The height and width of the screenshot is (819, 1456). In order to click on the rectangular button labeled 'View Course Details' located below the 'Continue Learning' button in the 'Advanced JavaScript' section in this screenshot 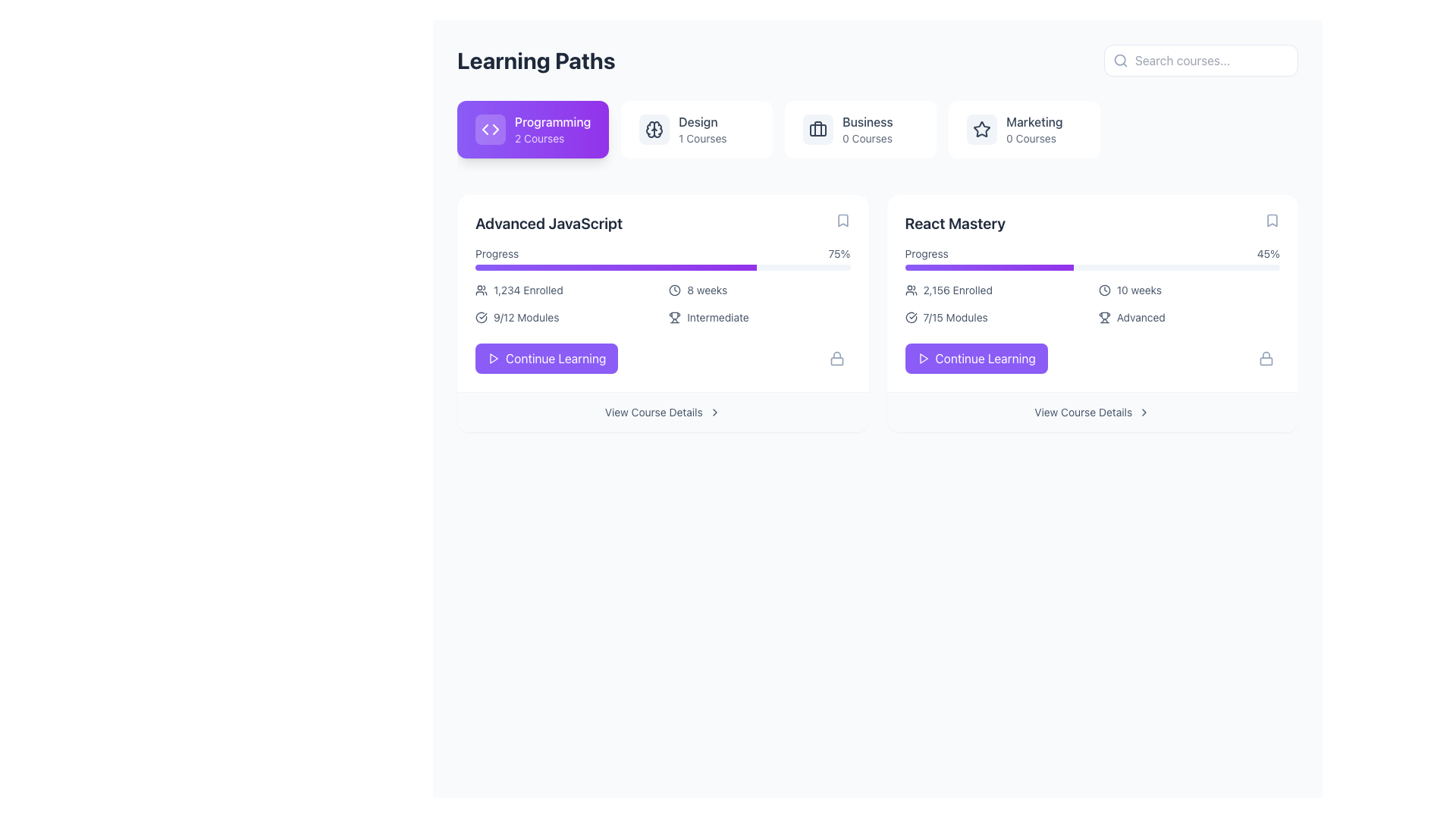, I will do `click(663, 412)`.